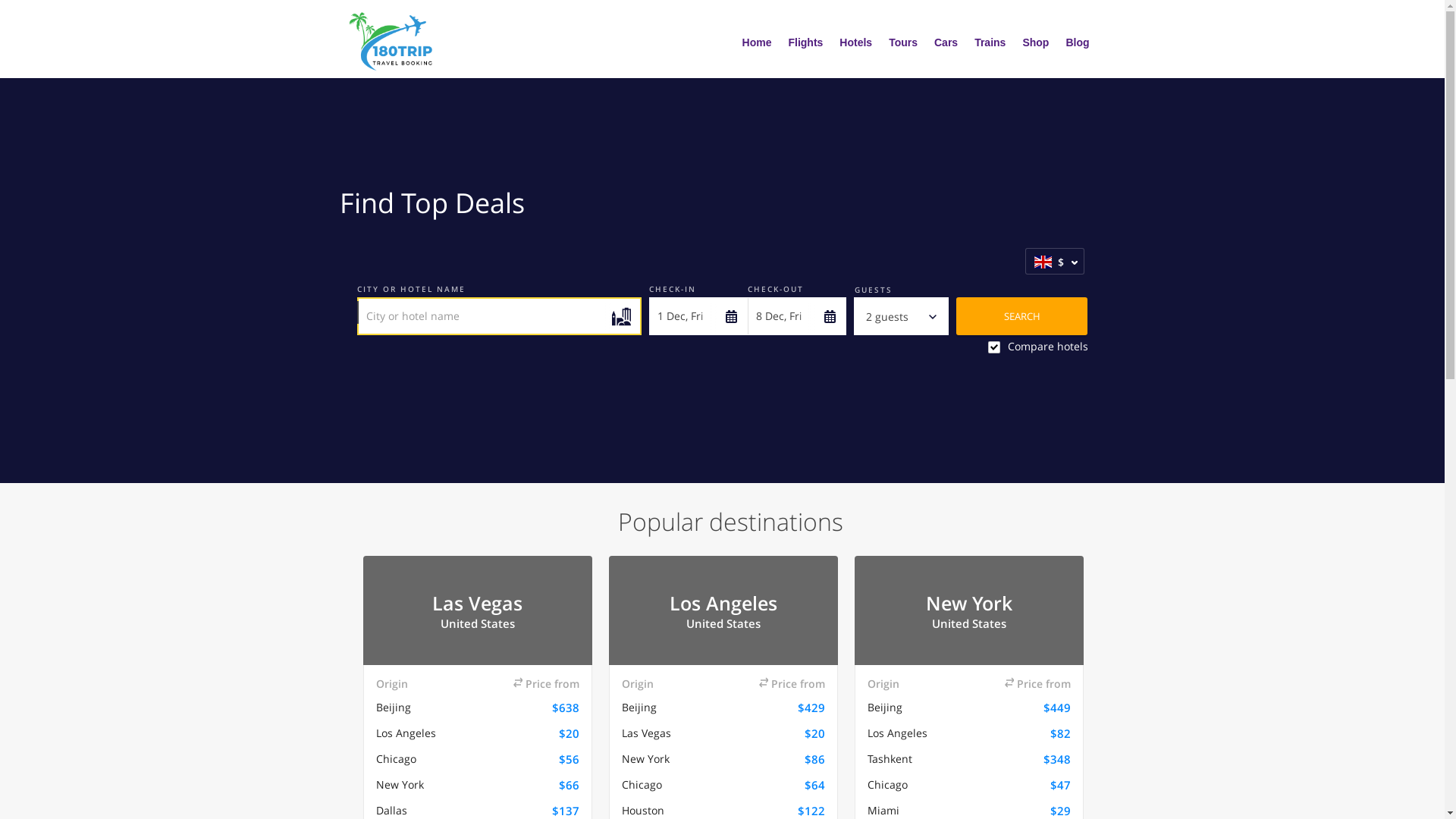 The height and width of the screenshot is (819, 1456). I want to click on 'Flights', so click(804, 42).